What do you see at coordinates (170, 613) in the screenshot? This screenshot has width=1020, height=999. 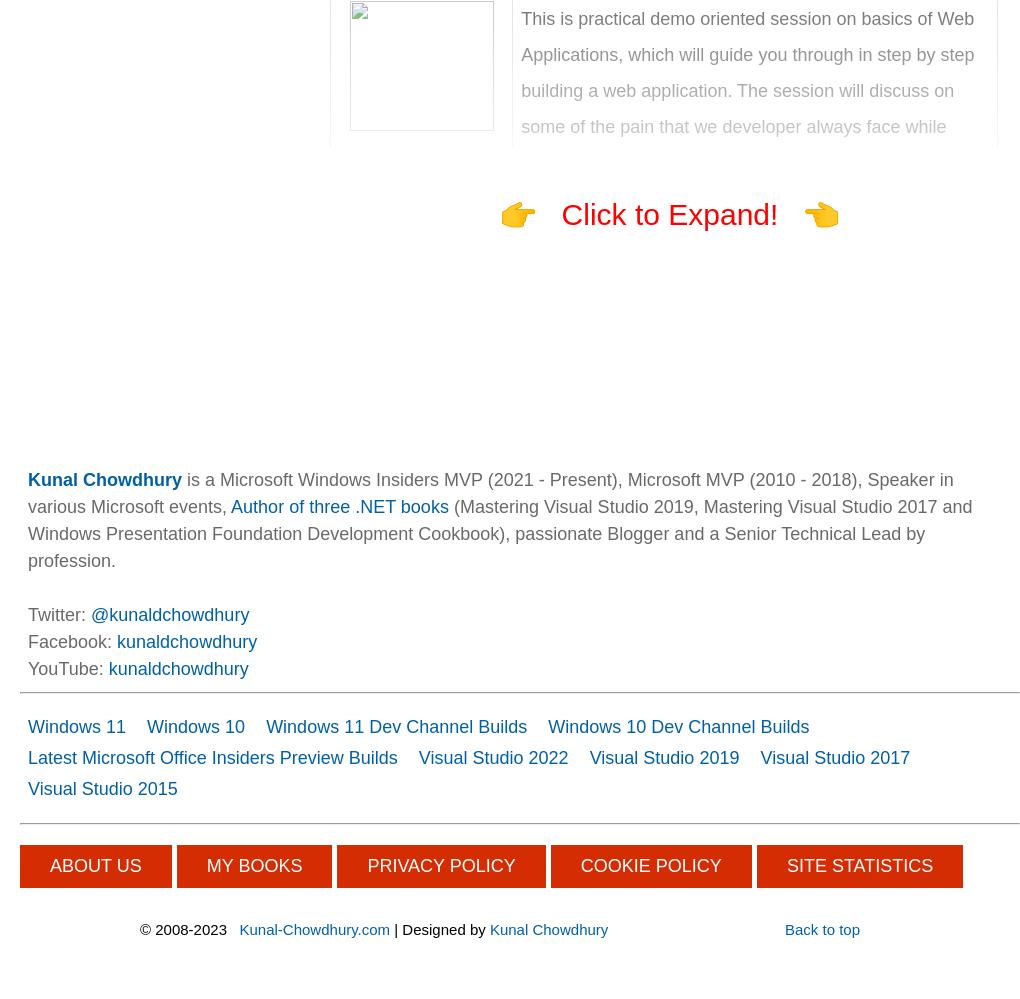 I see `'@kunaldchowdhury'` at bounding box center [170, 613].